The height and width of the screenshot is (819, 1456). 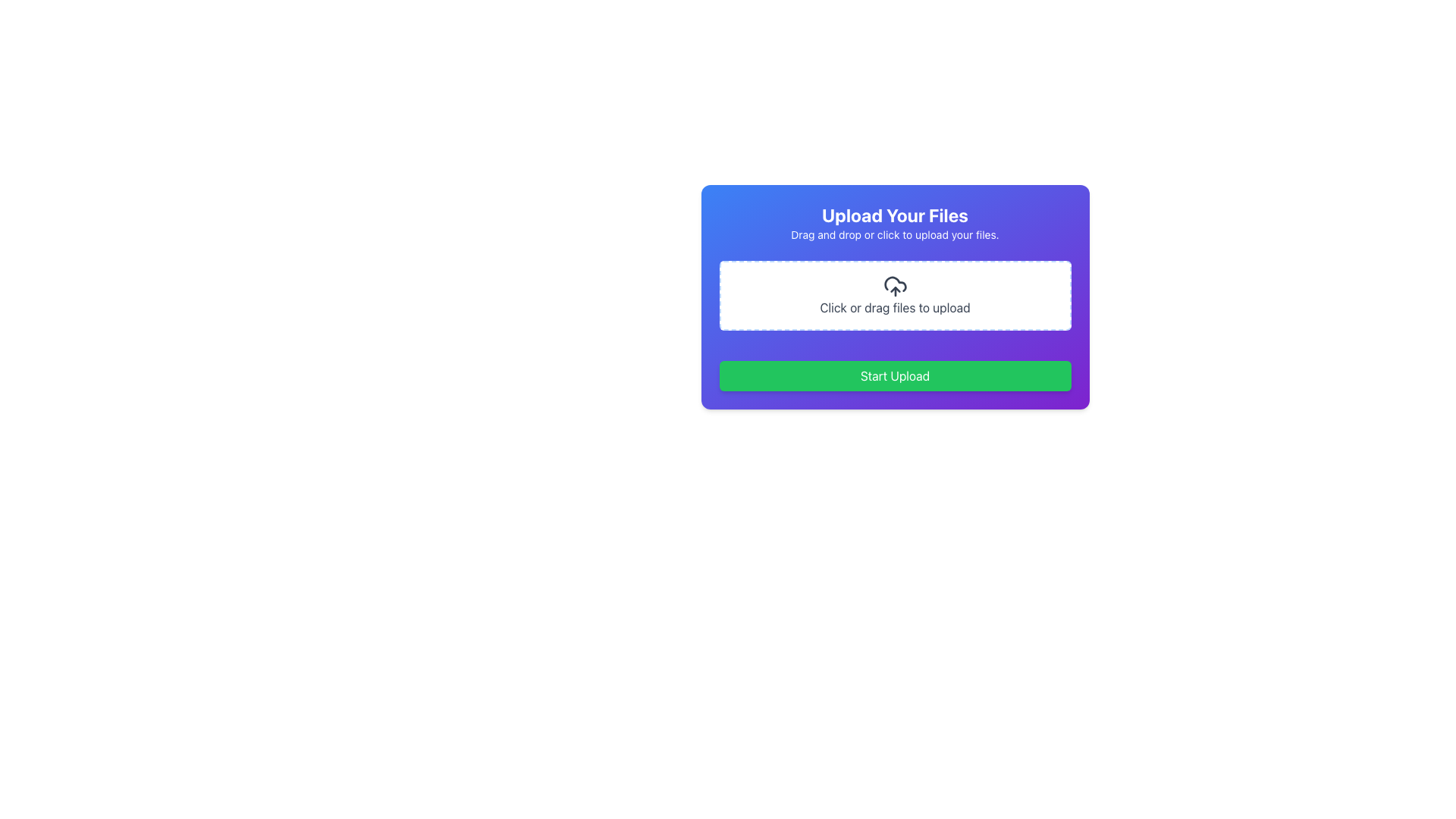 I want to click on the text label displaying 'Upload Your Files' which is in a large, bold font with a white color and a gradient background from blue to purple, so click(x=895, y=215).